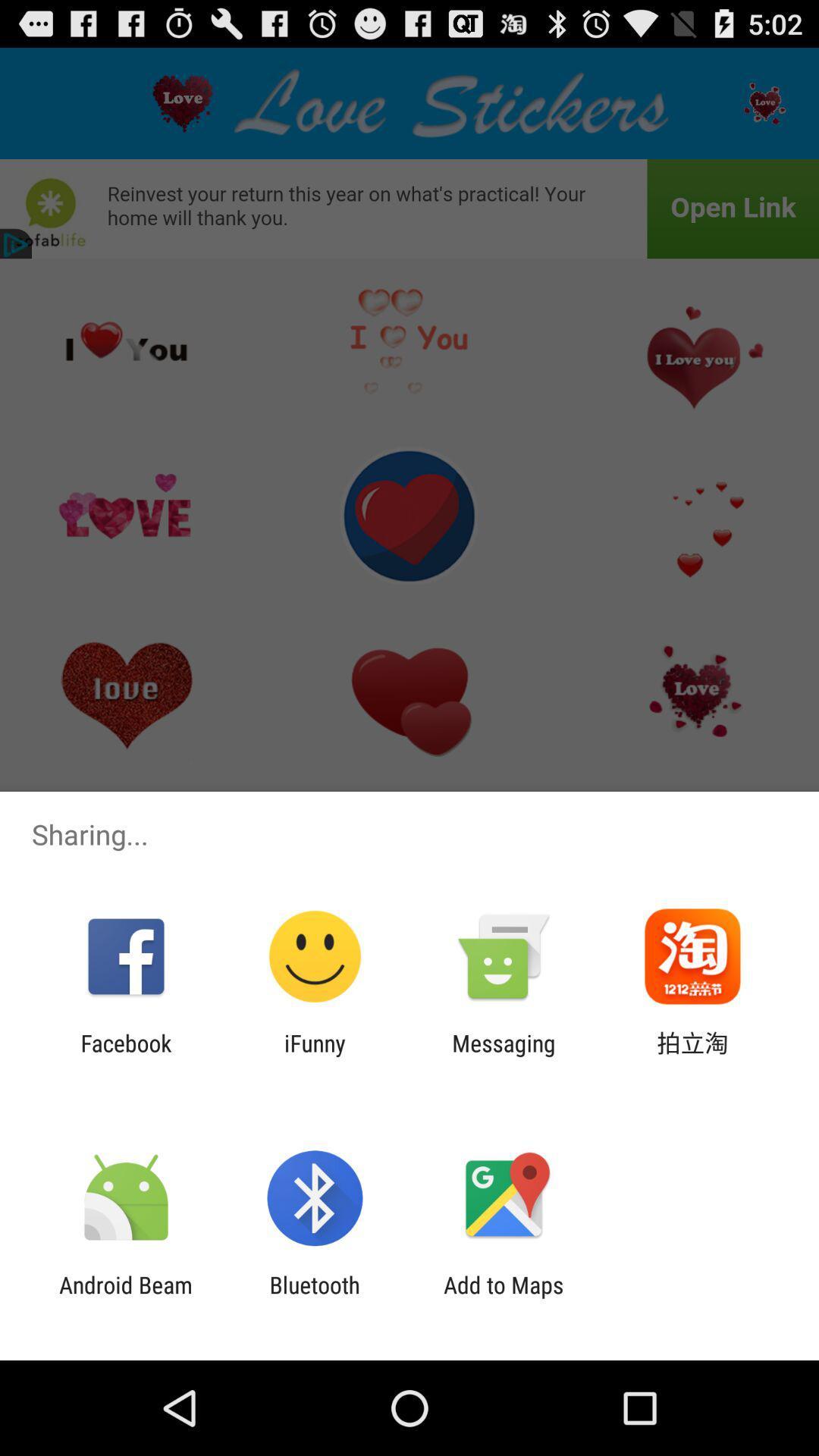 This screenshot has height=1456, width=819. I want to click on app next to facebook icon, so click(314, 1056).